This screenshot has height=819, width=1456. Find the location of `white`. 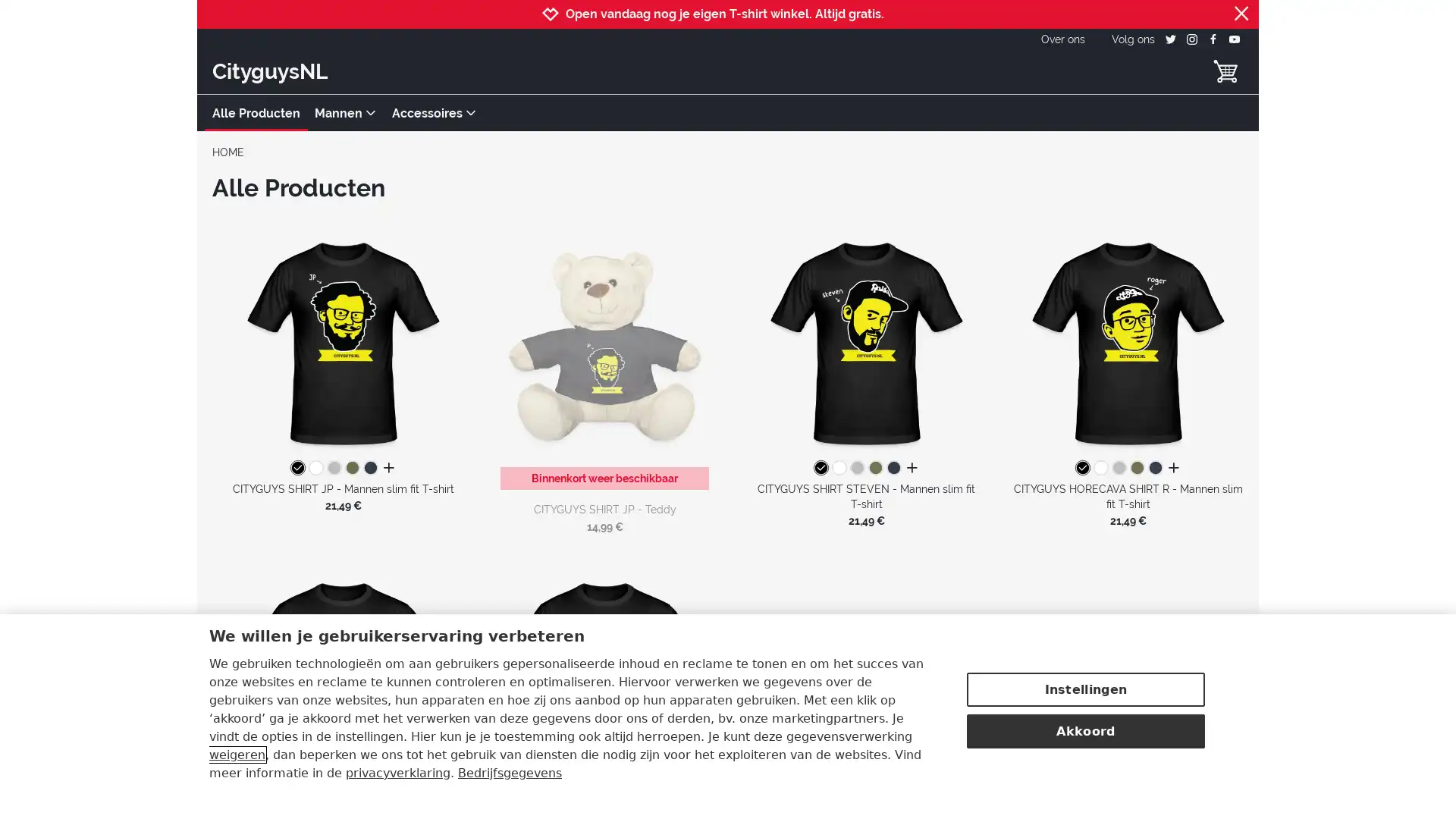

white is located at coordinates (315, 468).